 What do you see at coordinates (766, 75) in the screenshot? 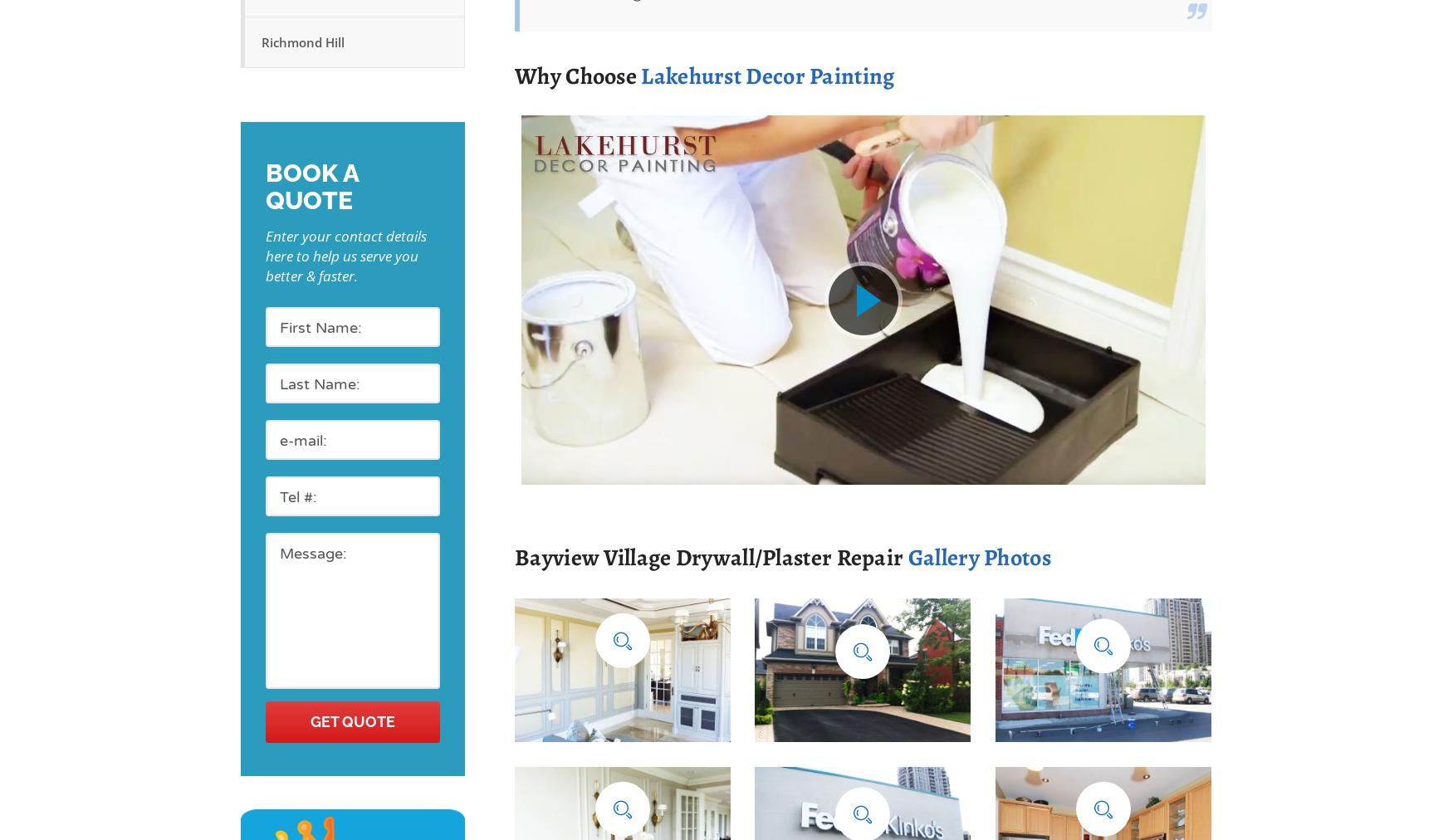
I see `'Lakehurst Decor Painting'` at bounding box center [766, 75].